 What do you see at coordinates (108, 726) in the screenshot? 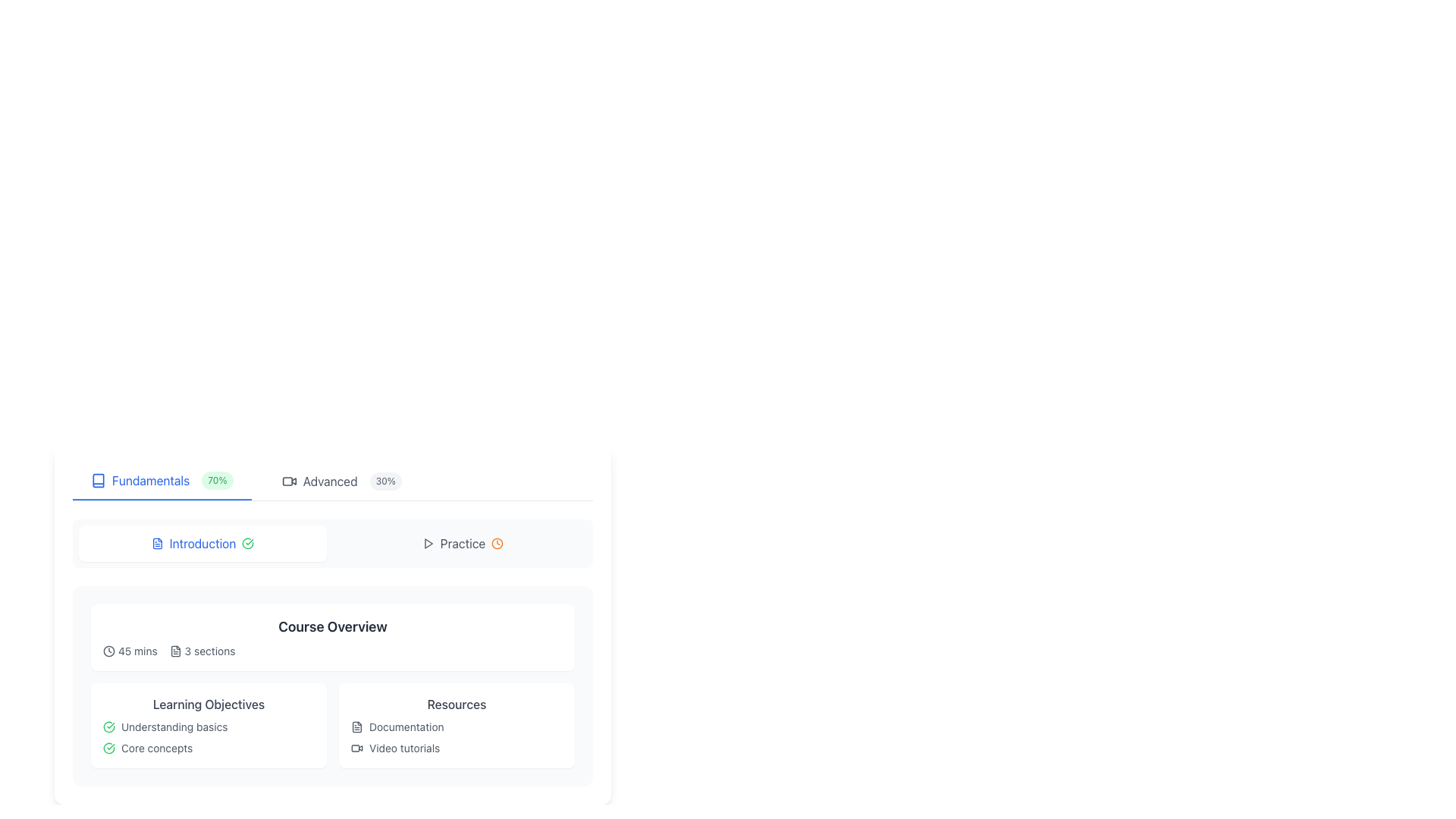
I see `the completion status icon located to the left of the 'Understanding basics' text in the 'Learning Objectives' section of the 'Course Overview'` at bounding box center [108, 726].